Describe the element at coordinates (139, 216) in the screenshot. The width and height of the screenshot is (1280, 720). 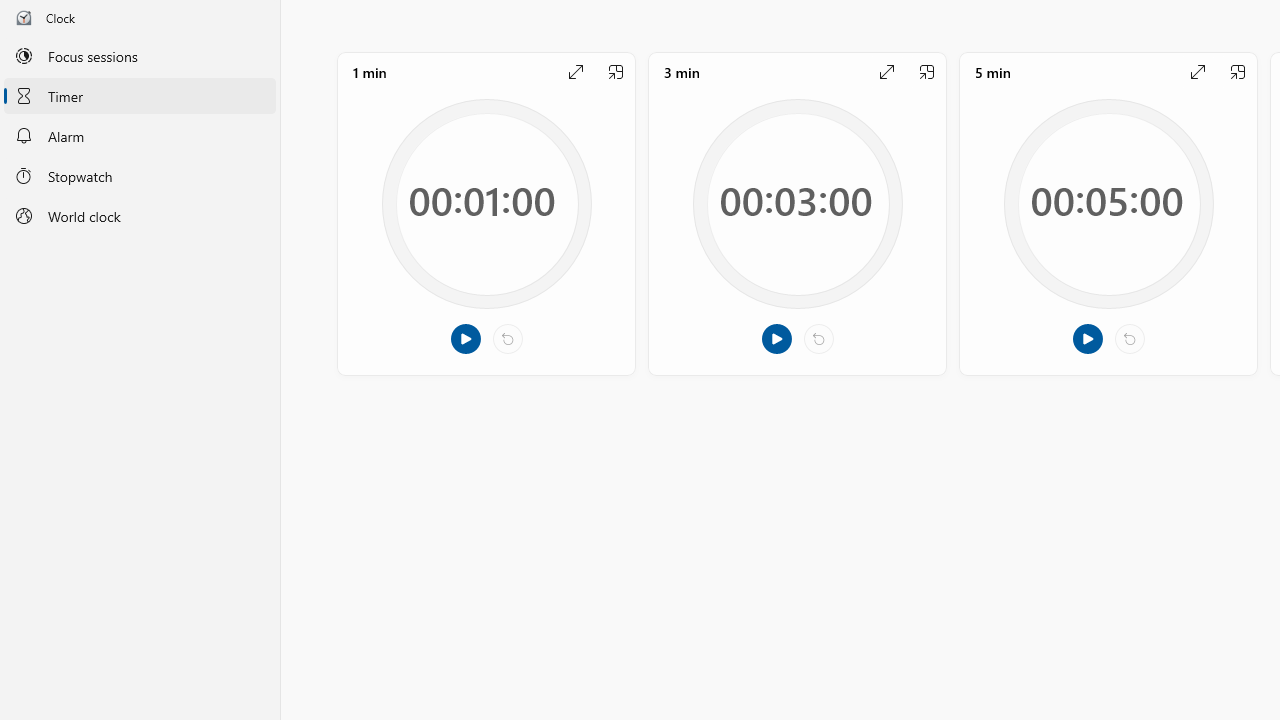
I see `'World clock'` at that location.